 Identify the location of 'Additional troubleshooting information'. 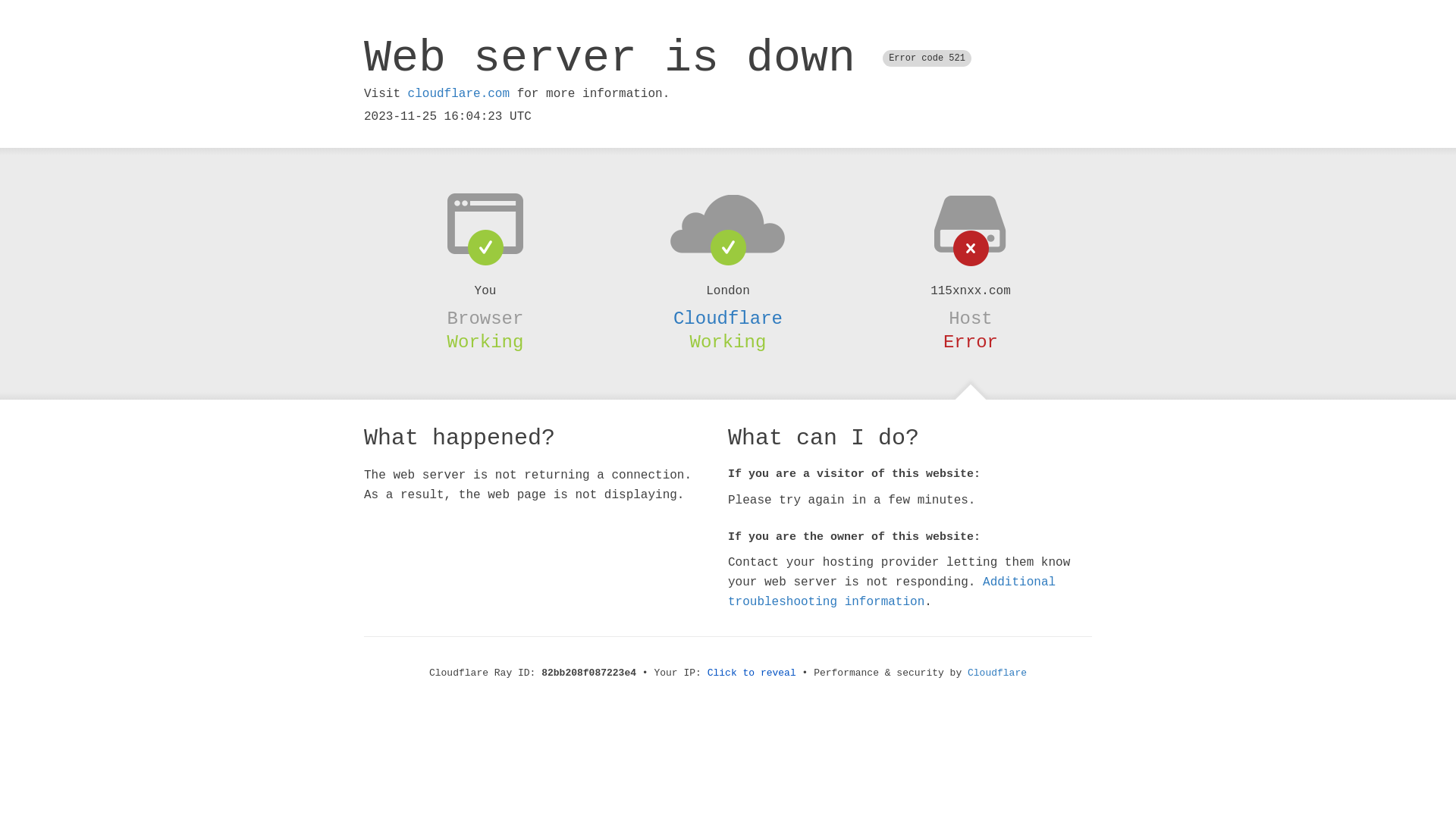
(892, 591).